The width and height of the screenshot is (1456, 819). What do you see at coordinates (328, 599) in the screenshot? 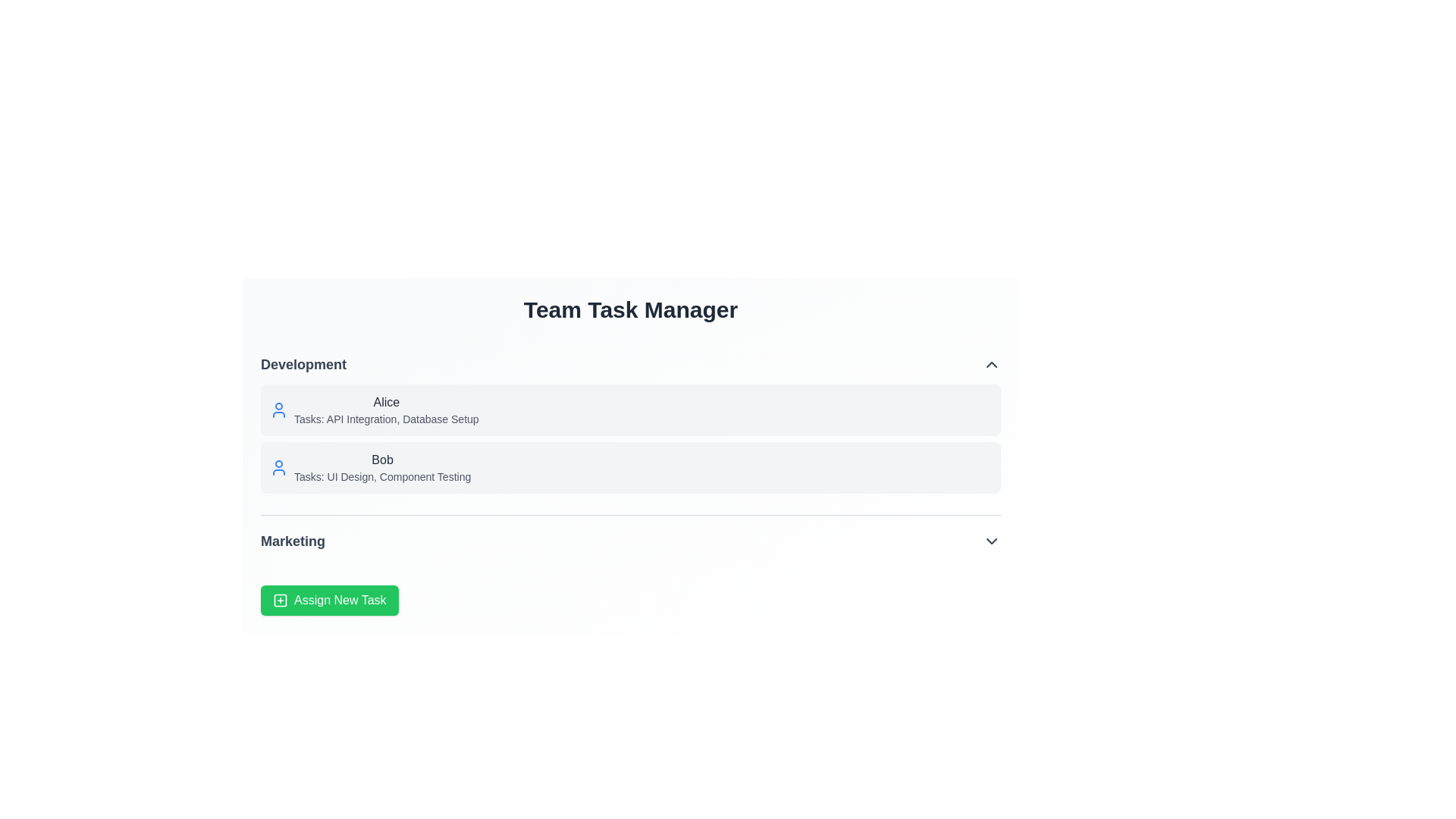
I see `the 'Assign New Task' button` at bounding box center [328, 599].